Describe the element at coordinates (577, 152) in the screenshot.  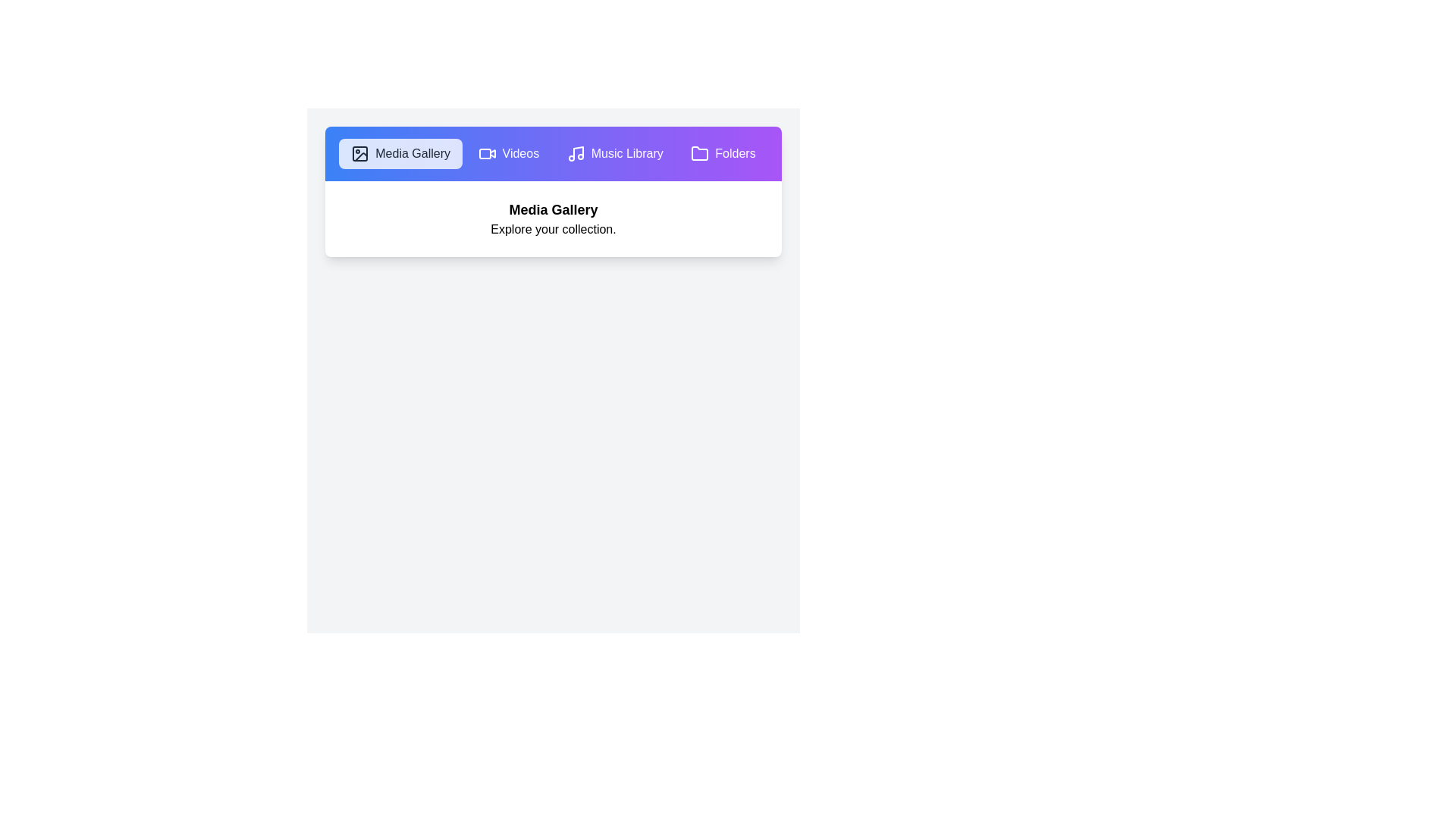
I see `the vertical line resembling a musical note's stem in the 'Music Library' icon group, located in the navigation bar` at that location.